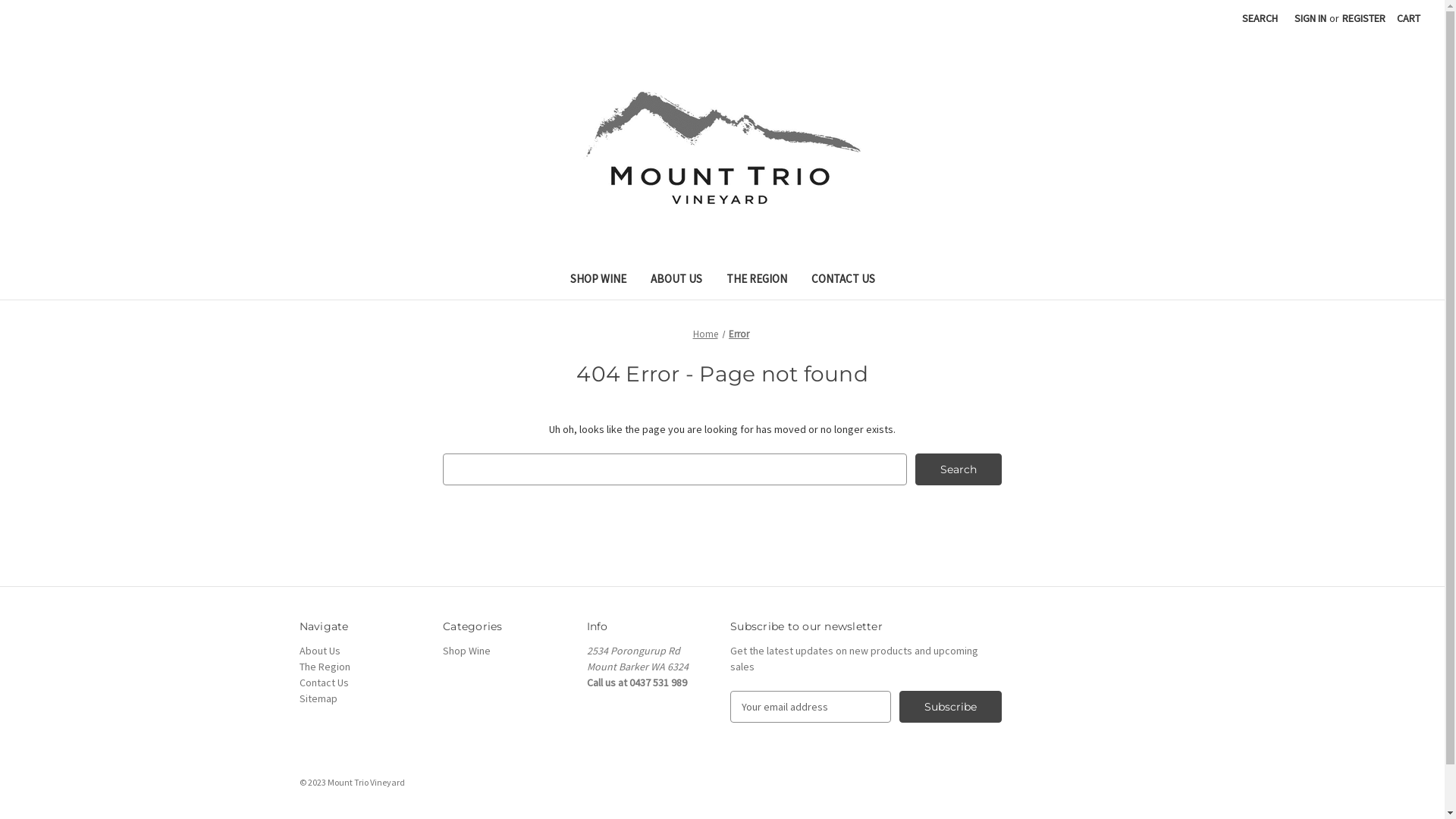 This screenshot has height=819, width=1456. I want to click on 'Home', so click(704, 333).